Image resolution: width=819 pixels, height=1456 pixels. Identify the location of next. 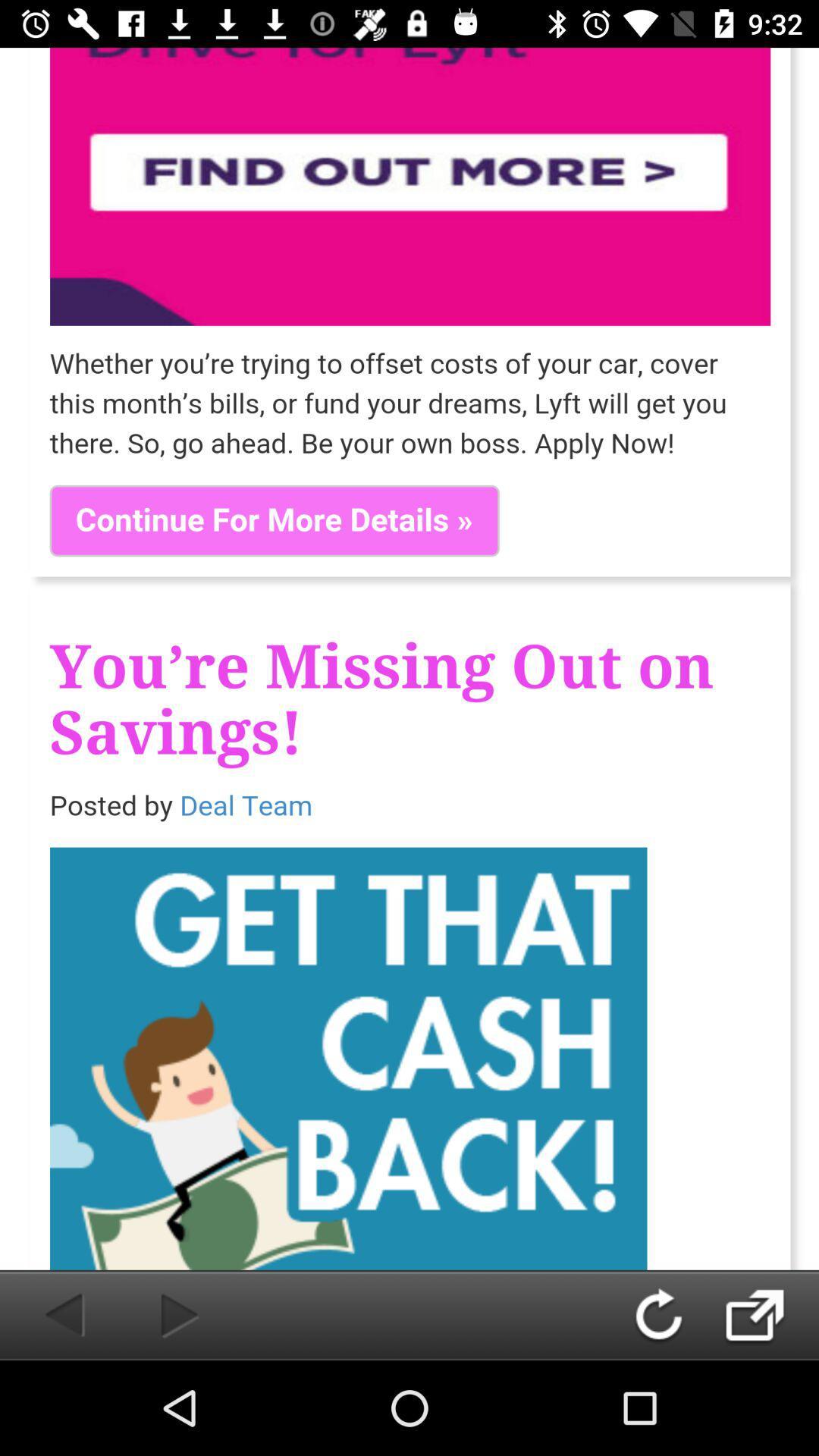
(155, 1314).